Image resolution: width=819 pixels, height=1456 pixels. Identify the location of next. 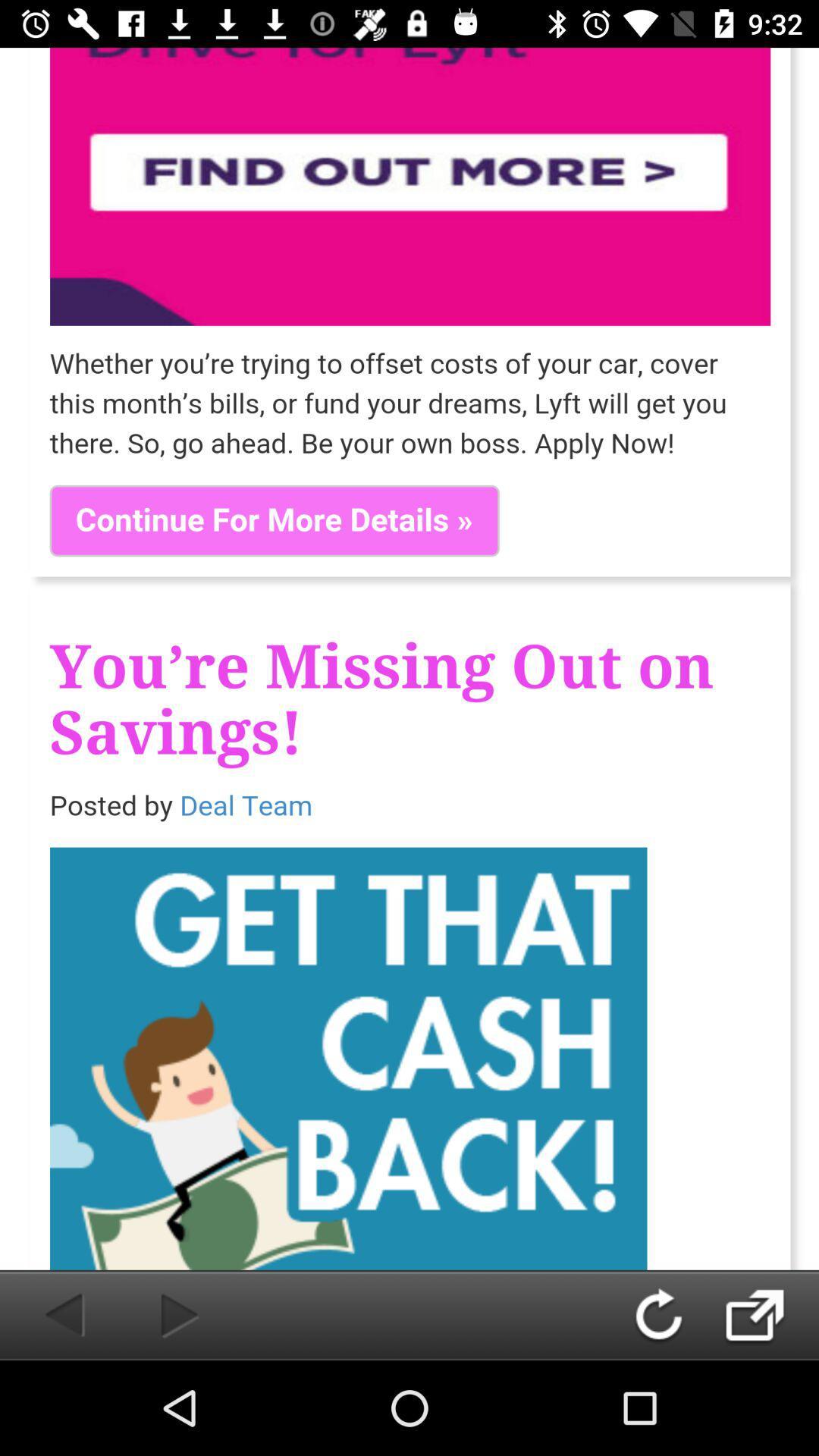
(155, 1314).